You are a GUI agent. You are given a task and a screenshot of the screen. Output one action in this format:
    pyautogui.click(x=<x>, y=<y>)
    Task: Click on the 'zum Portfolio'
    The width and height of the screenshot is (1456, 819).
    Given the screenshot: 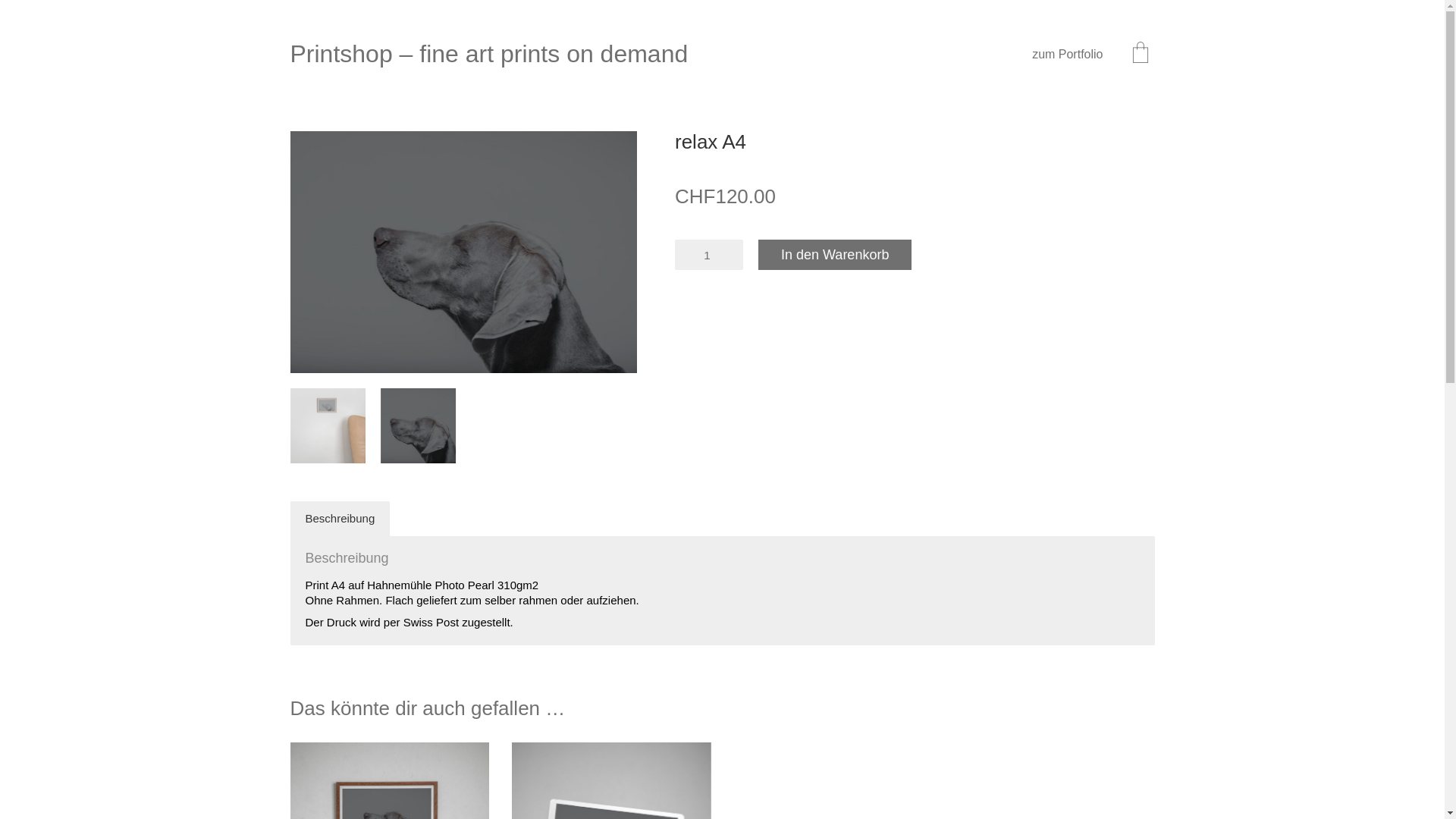 What is the action you would take?
    pyautogui.click(x=1066, y=53)
    